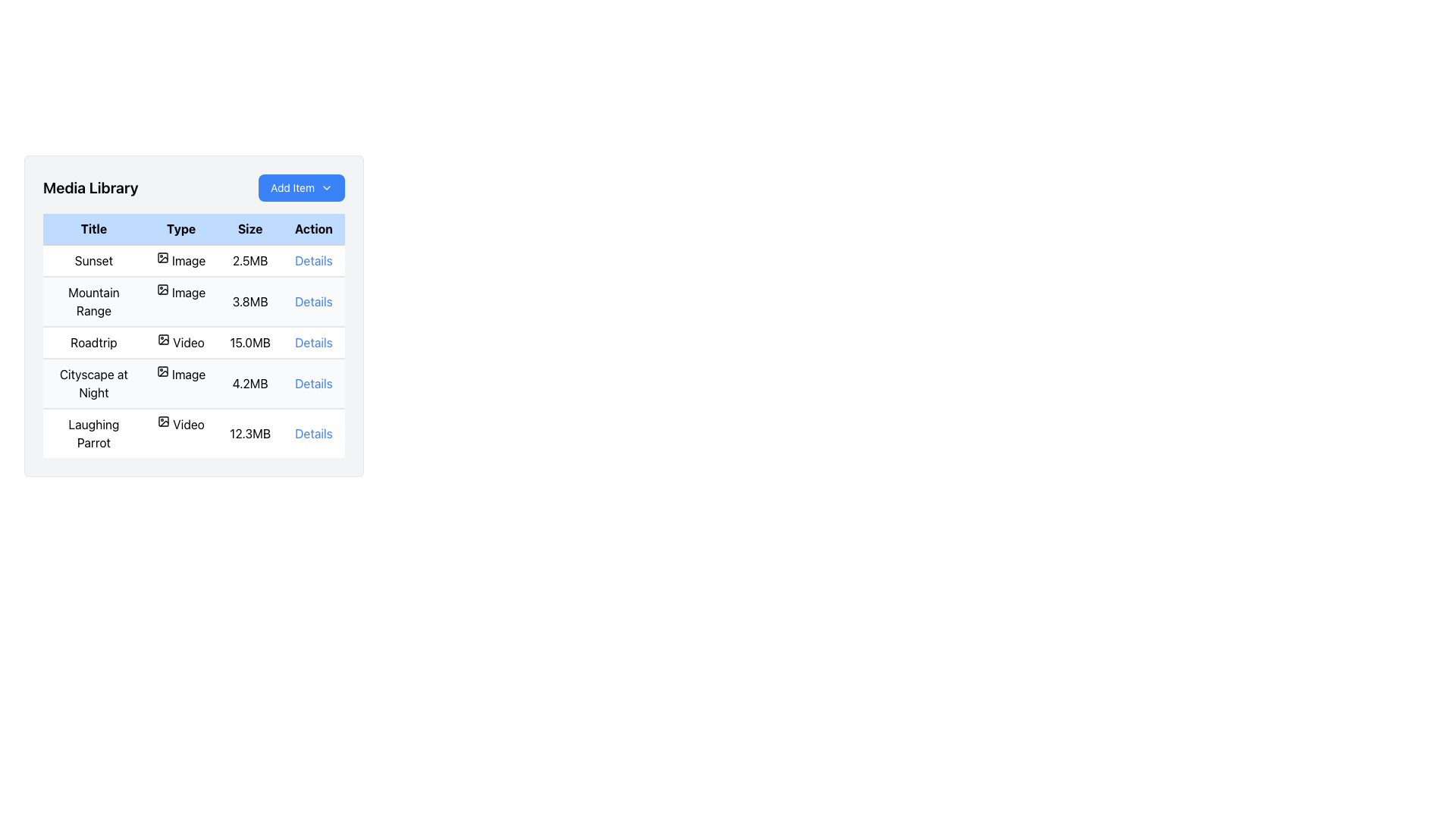 The height and width of the screenshot is (819, 1456). What do you see at coordinates (312, 382) in the screenshot?
I see `the hyperlink in the 'Action' column of the fourth row` at bounding box center [312, 382].